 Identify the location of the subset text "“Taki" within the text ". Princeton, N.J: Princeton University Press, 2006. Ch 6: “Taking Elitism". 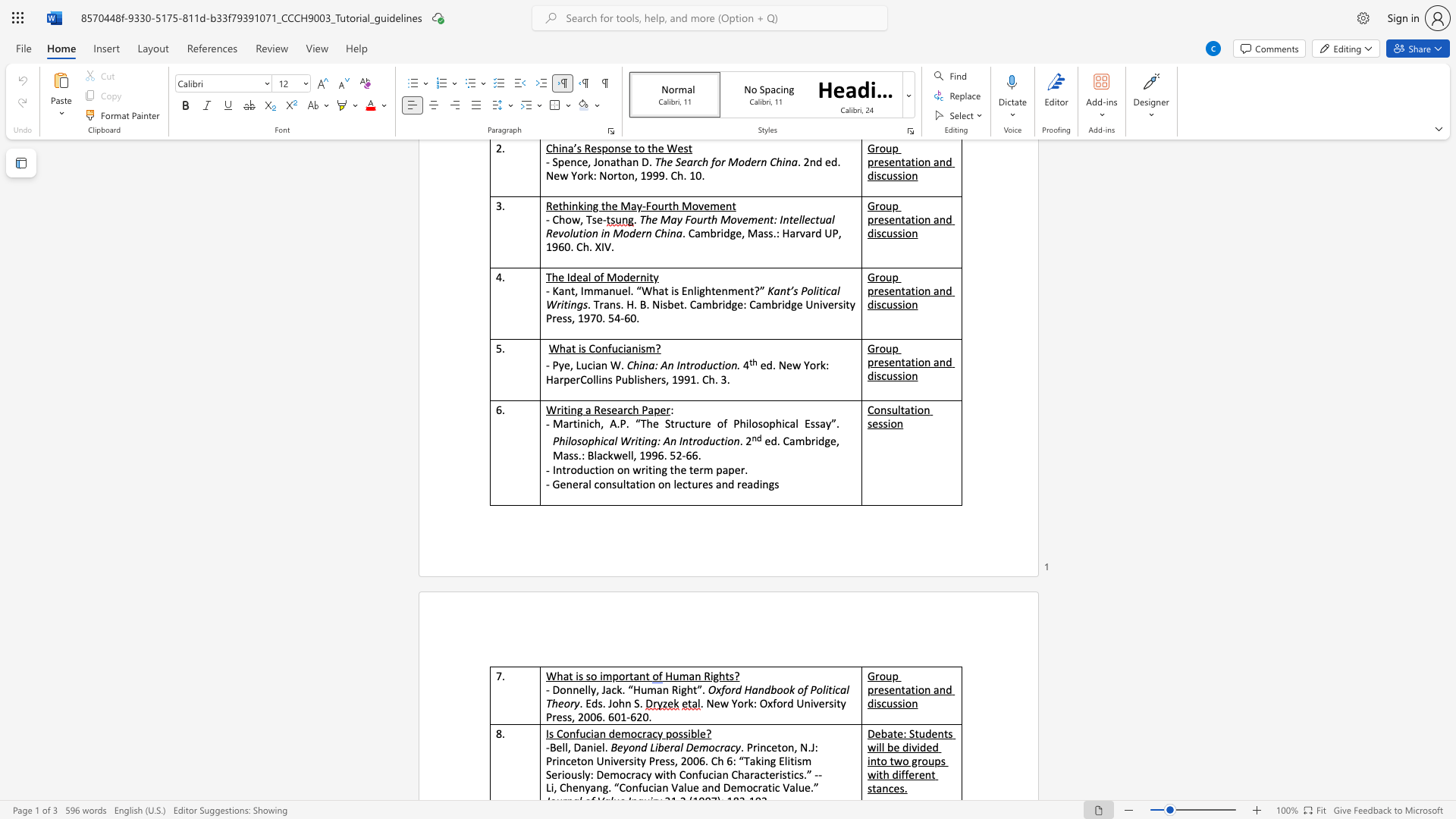
(739, 761).